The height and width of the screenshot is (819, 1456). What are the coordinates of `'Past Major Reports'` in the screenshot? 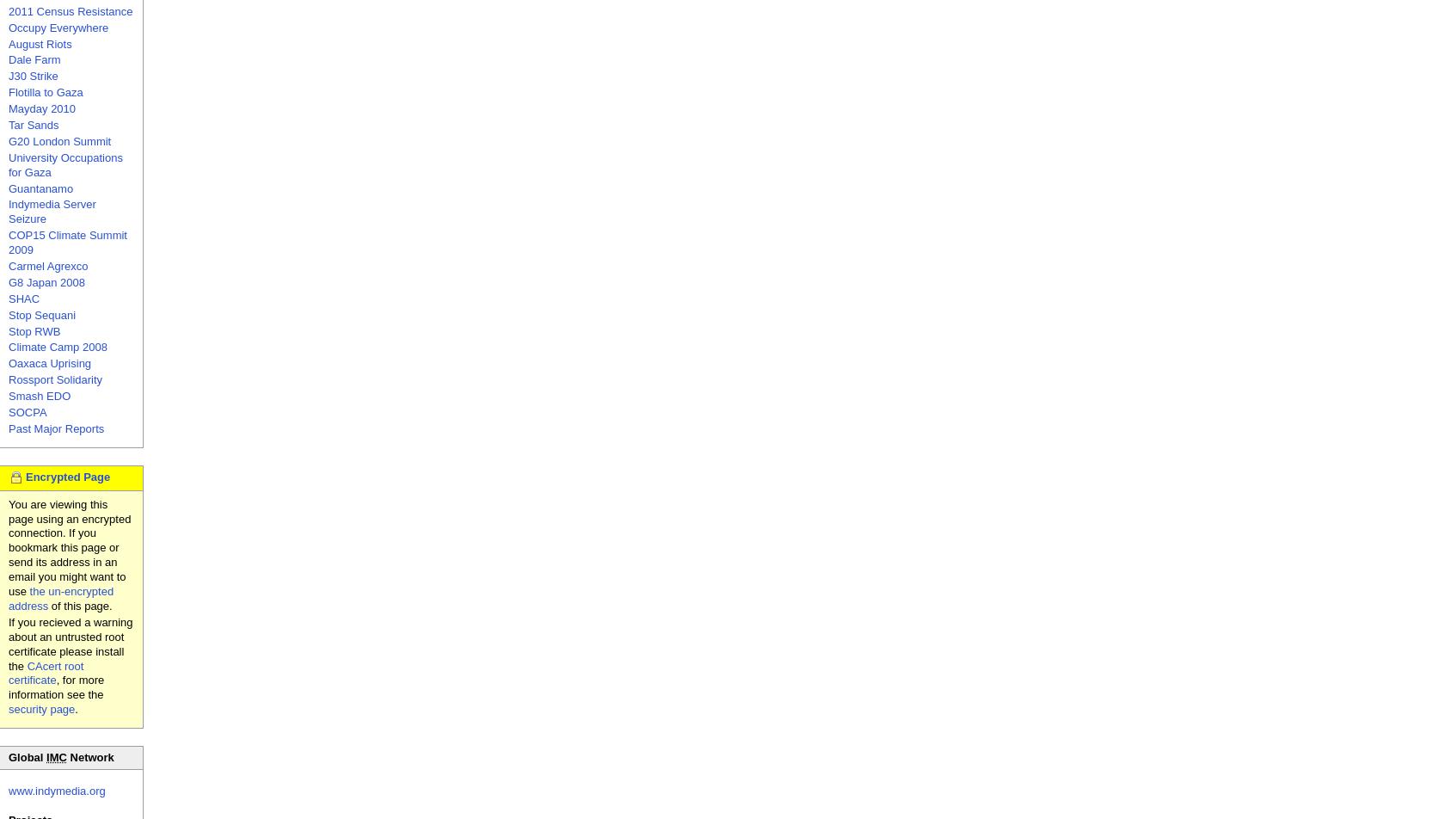 It's located at (55, 428).